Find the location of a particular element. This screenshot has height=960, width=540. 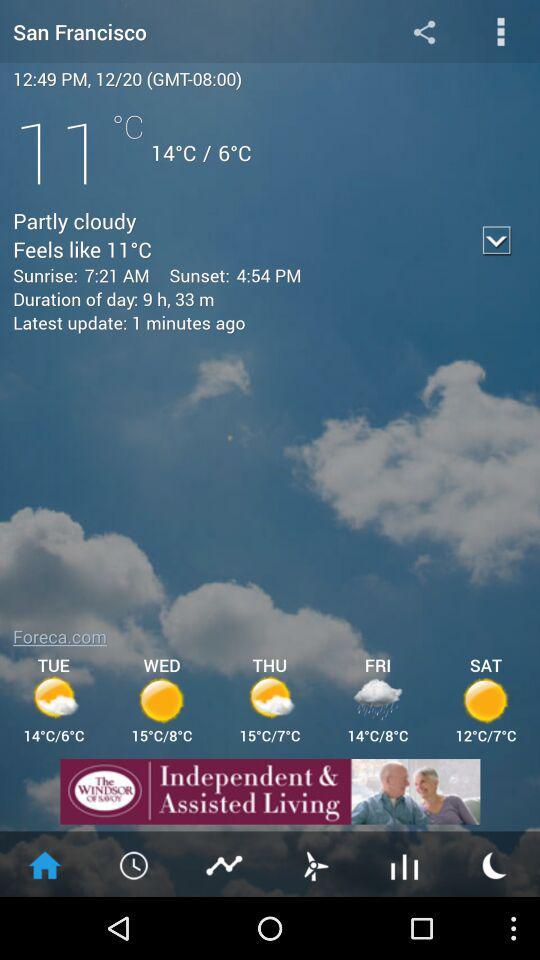

wind speed is located at coordinates (314, 863).